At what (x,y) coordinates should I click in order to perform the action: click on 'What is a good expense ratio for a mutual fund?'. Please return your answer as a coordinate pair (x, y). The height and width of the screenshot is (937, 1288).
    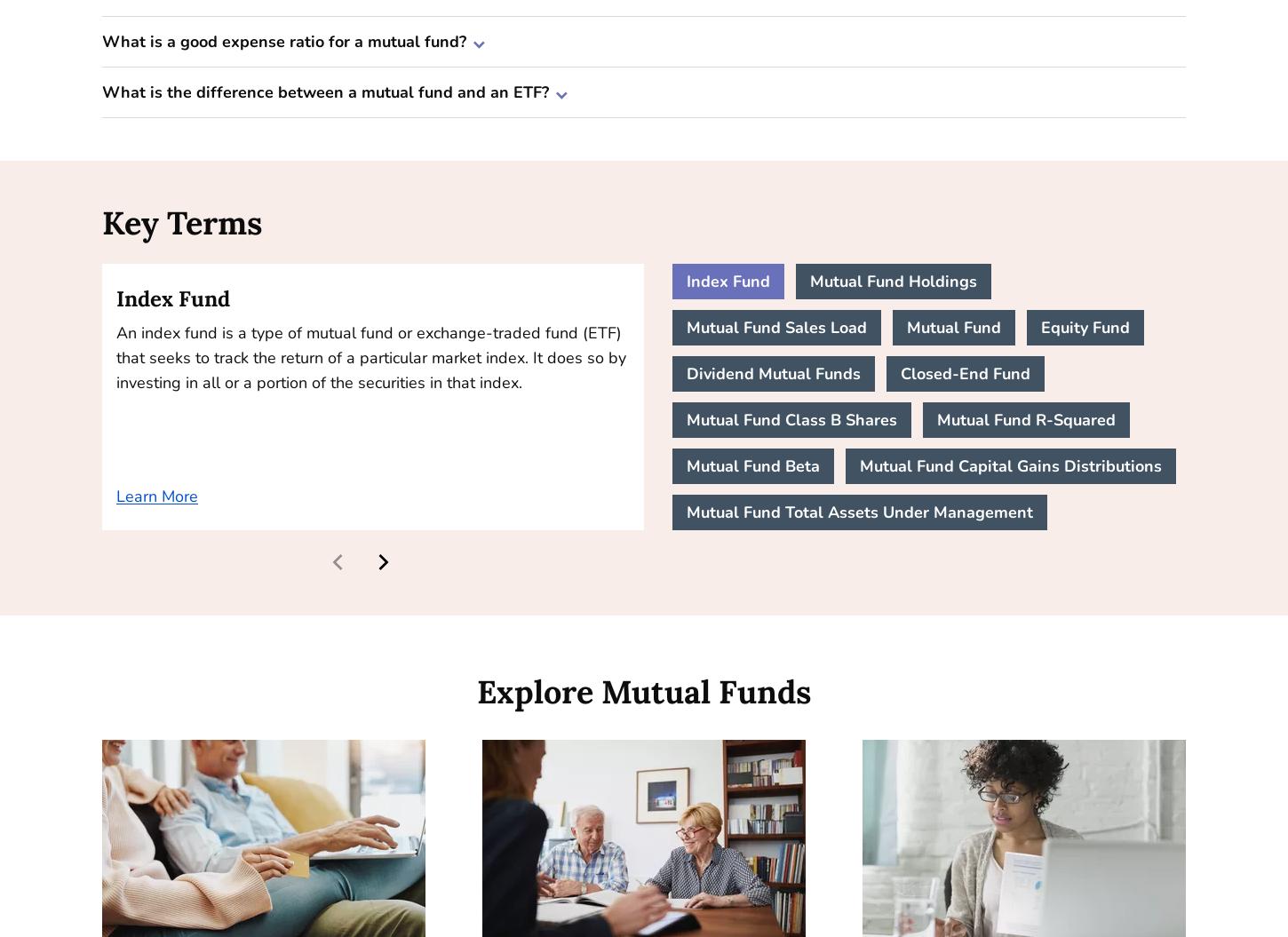
    Looking at the image, I should click on (284, 41).